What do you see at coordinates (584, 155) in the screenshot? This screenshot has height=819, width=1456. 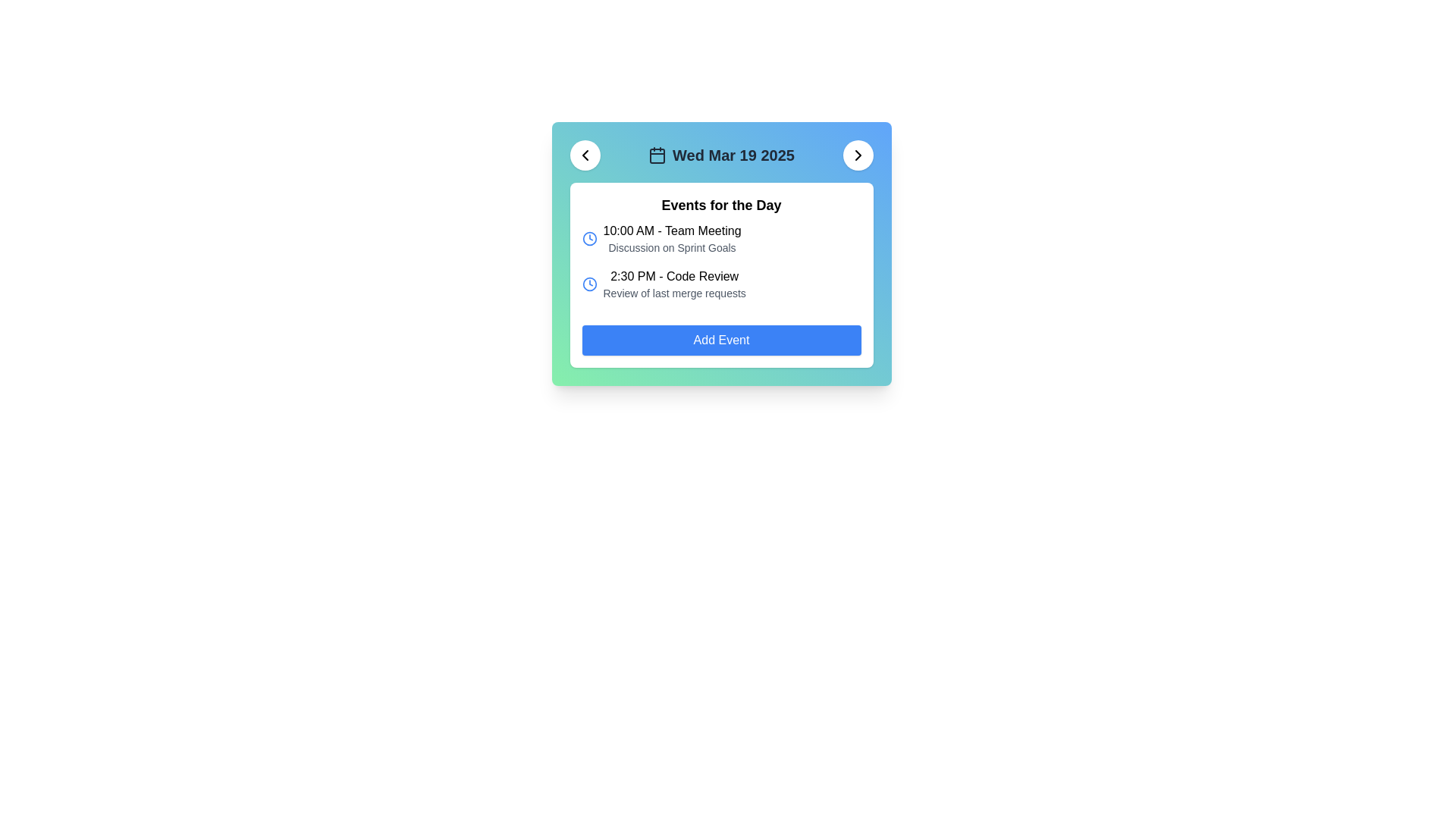 I see `the navigation button located at the top left of the card interface, which is positioned to the left of the date text 'Wed Mar 19 2025'` at bounding box center [584, 155].